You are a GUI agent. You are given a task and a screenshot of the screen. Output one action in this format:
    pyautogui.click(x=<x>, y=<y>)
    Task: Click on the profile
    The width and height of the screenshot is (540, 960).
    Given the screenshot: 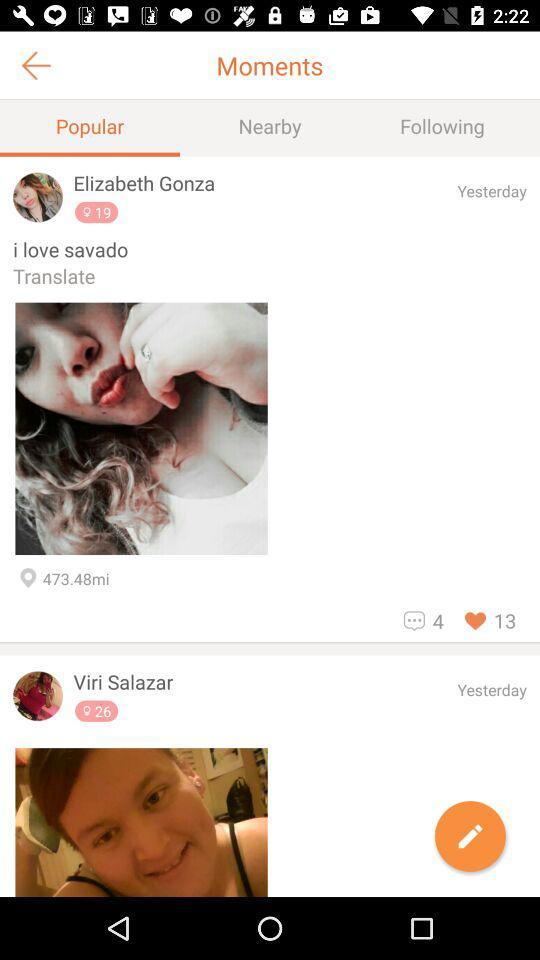 What is the action you would take?
    pyautogui.click(x=140, y=822)
    